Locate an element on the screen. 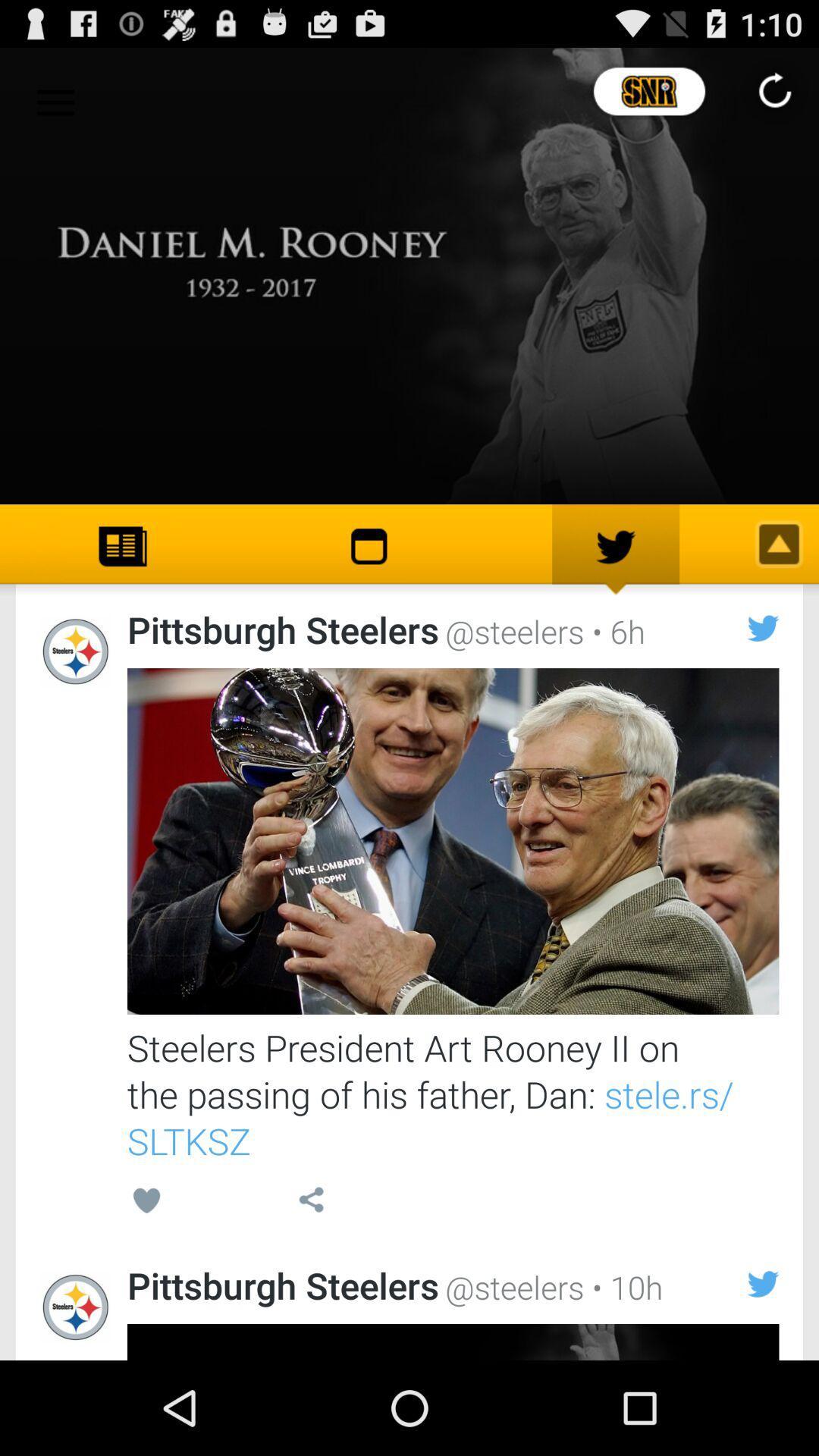 This screenshot has height=1456, width=819. the item to the right of the @steelers item is located at coordinates (623, 1286).